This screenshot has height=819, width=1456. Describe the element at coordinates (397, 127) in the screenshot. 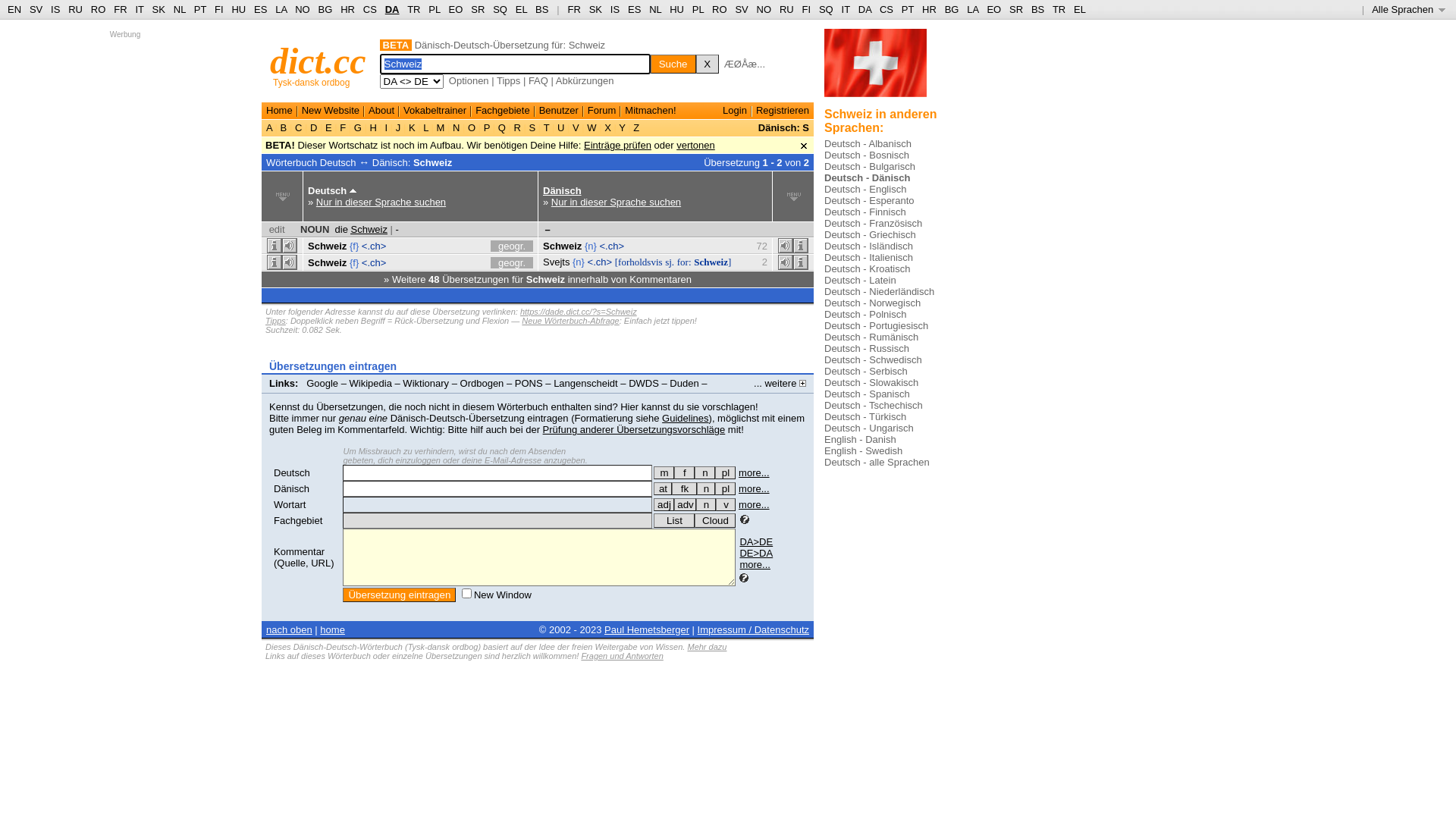

I see `'J'` at that location.